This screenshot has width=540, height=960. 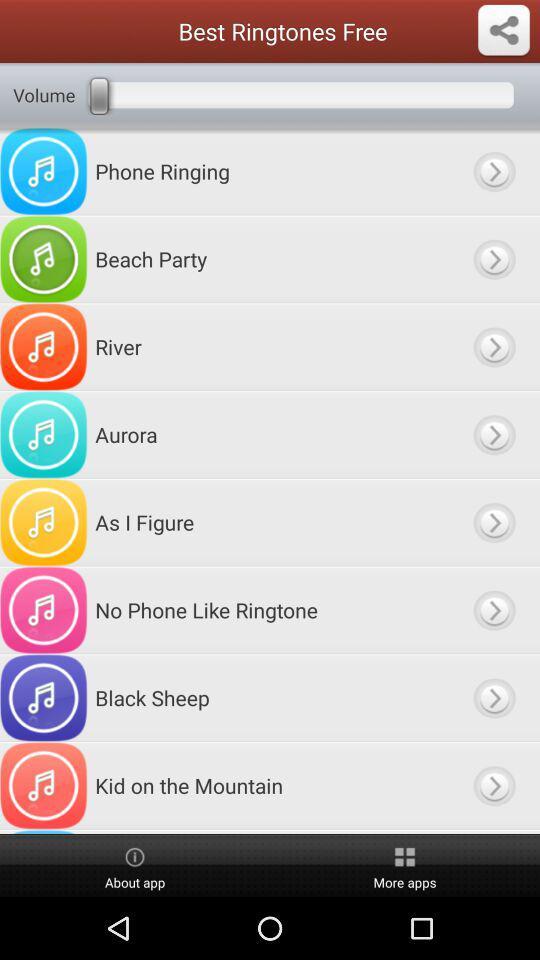 I want to click on the button the right next to the river button on the web page, so click(x=492, y=347).